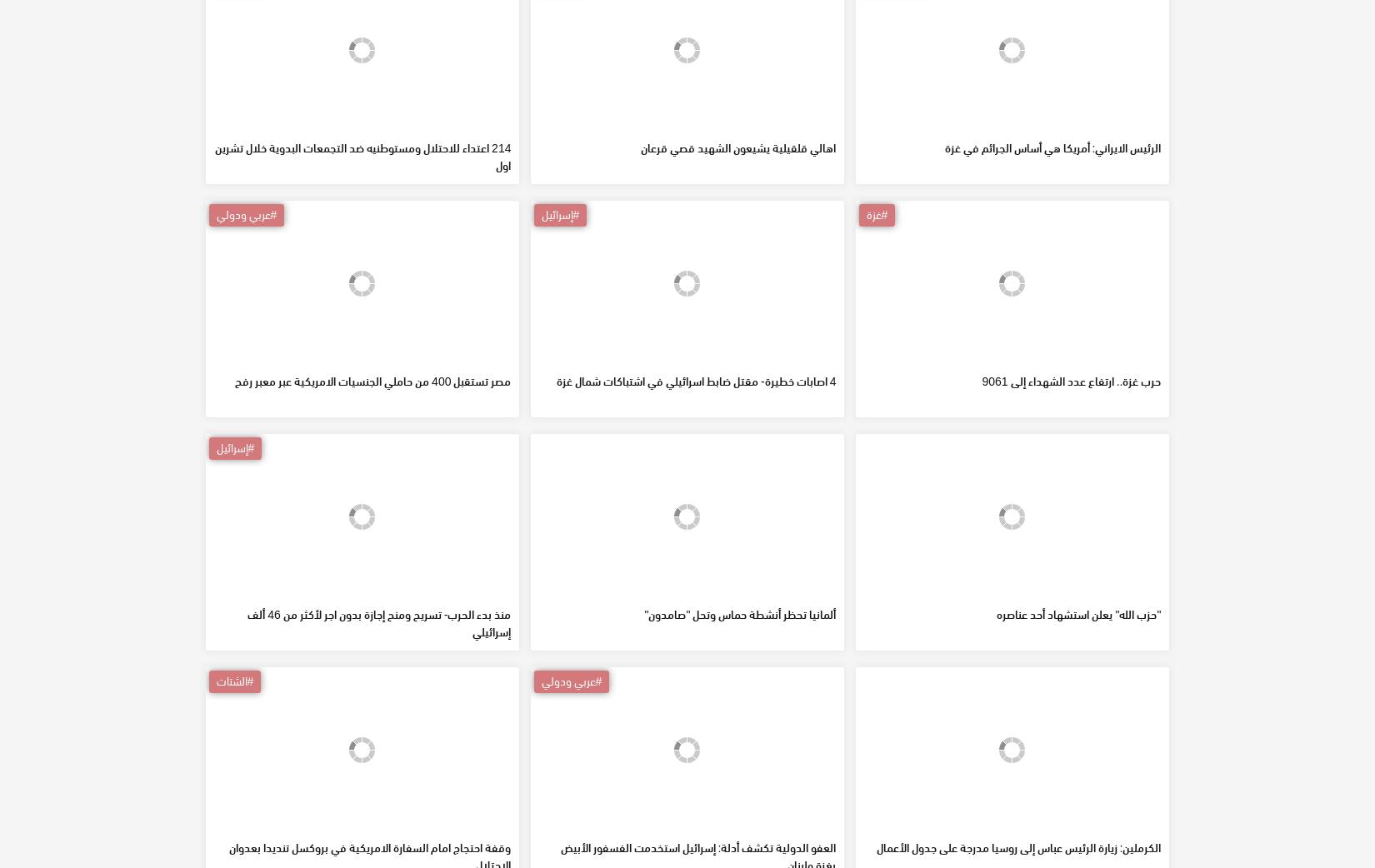 This screenshot has width=1375, height=868. What do you see at coordinates (372, 500) in the screenshot?
I see `'مصر تستقبل 400 من حاملي الجنسيات الامريكية عبر معبر رفح'` at bounding box center [372, 500].